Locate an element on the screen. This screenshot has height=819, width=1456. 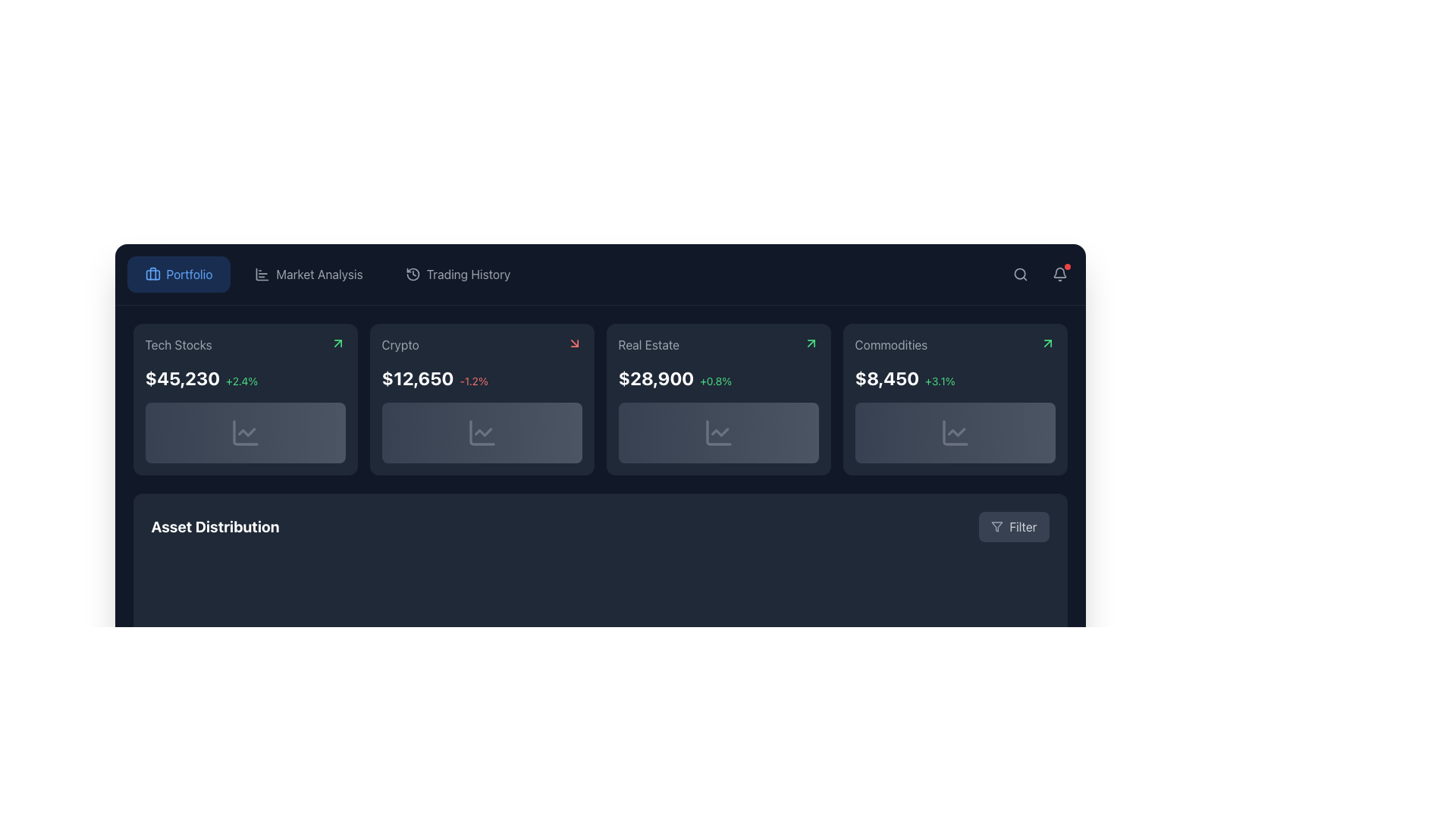
the second card in the grid that summarizes the 'Crypto' financial asset, which displays its current value and percentage change is located at coordinates (481, 399).